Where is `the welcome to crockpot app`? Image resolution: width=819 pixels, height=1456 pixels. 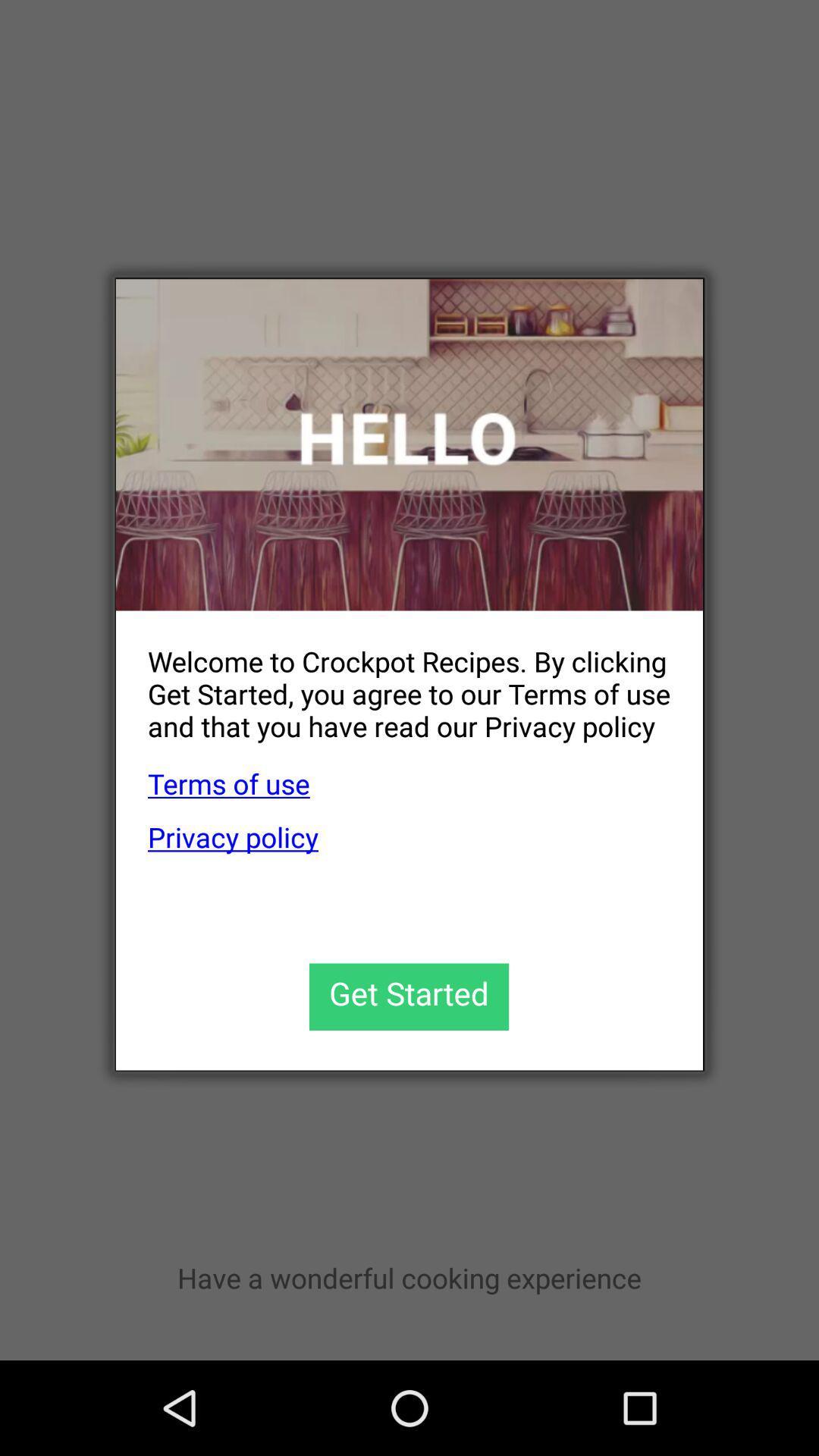
the welcome to crockpot app is located at coordinates (393, 681).